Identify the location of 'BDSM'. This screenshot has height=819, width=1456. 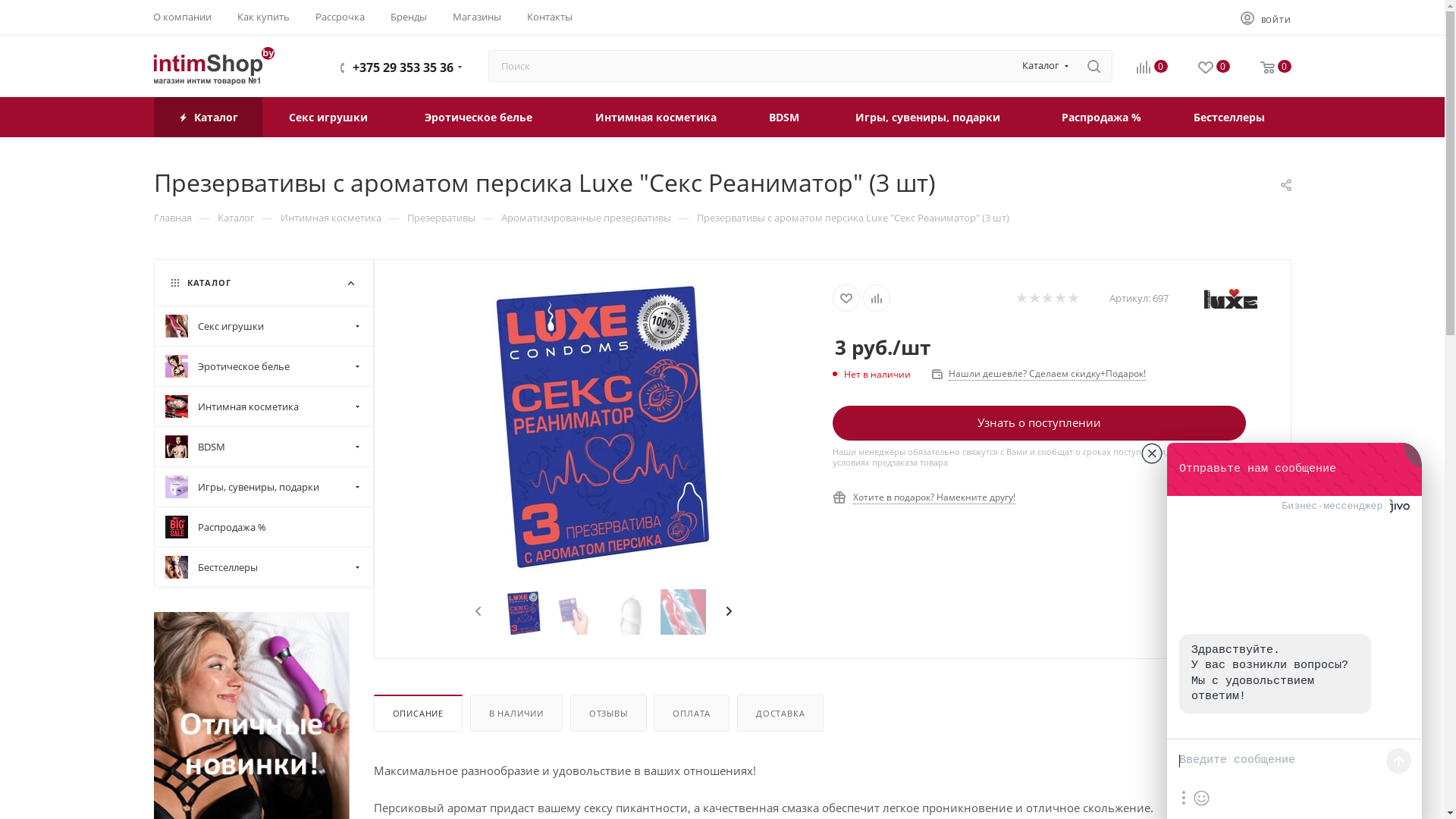
(152, 445).